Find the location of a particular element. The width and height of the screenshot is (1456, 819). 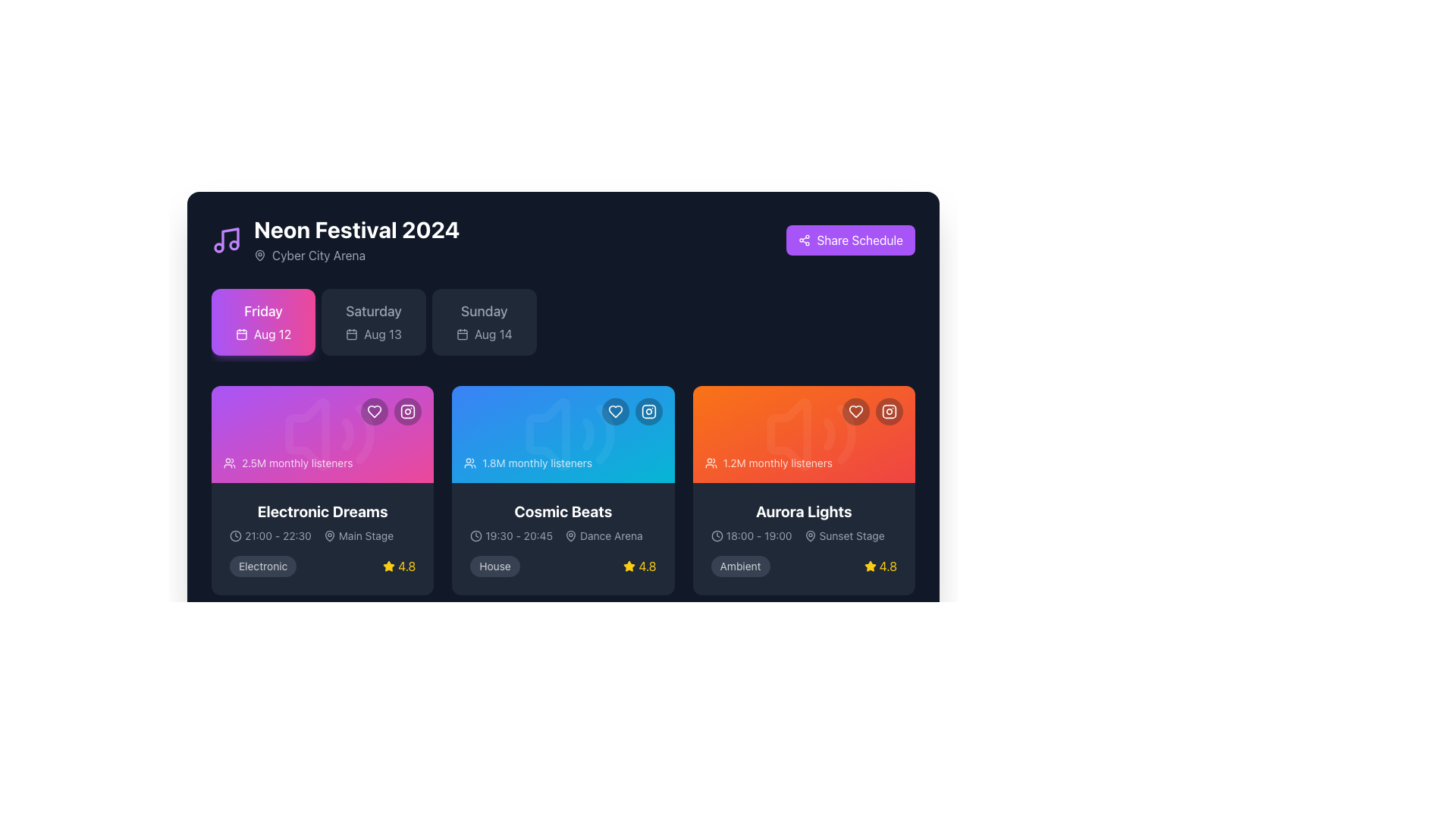

the clock icon within the 'Aurora Lights' event card, which is the leftmost element preceding the text '18:00 - 19:00' is located at coordinates (716, 535).